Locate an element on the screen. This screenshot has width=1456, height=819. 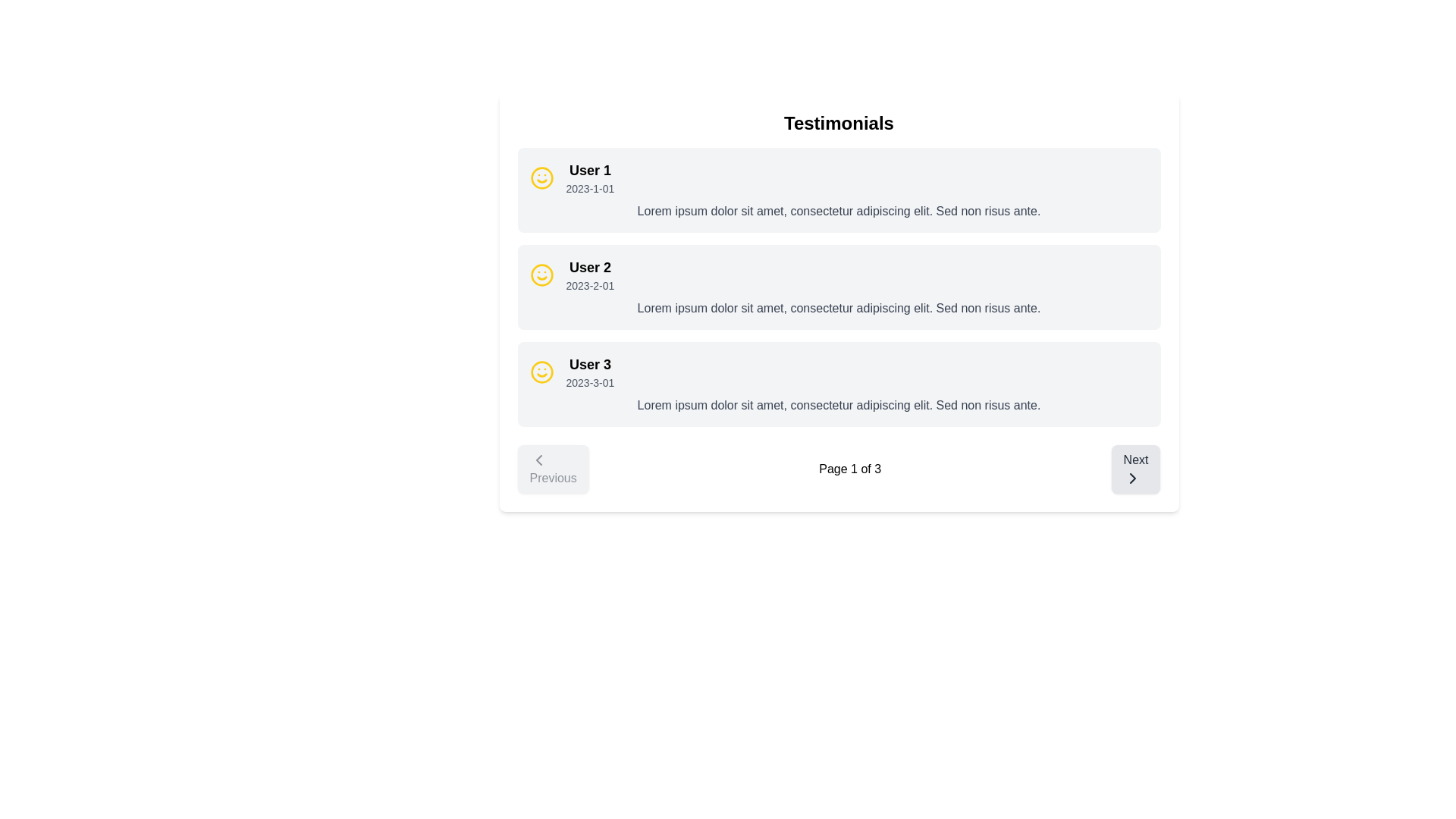
the leftward arrow icon inside the 'Previous' button at the bottom-left corner of the interface is located at coordinates (538, 459).